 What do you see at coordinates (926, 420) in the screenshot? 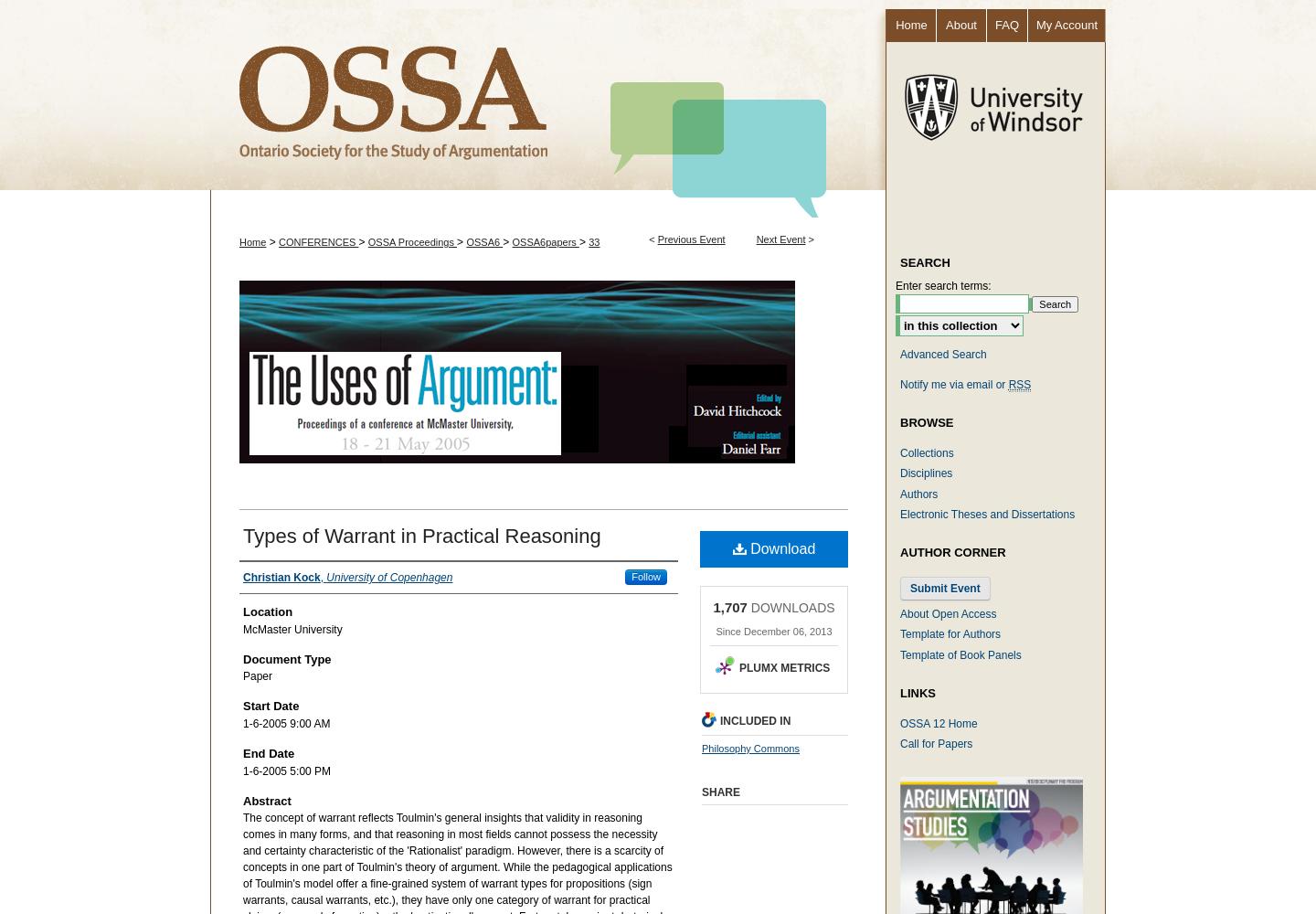
I see `'Browse'` at bounding box center [926, 420].